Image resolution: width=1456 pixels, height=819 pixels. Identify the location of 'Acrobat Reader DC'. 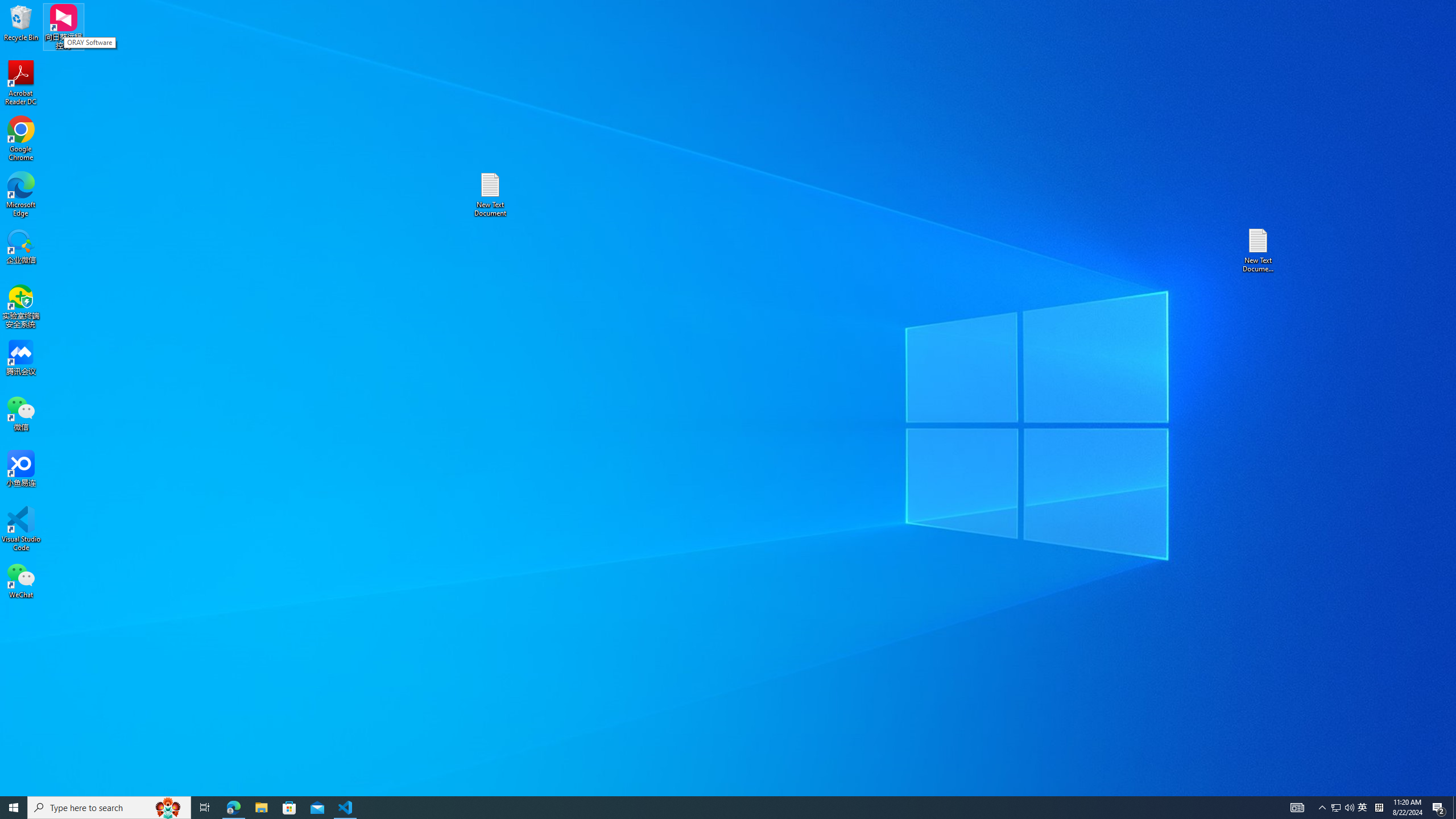
(20, 82).